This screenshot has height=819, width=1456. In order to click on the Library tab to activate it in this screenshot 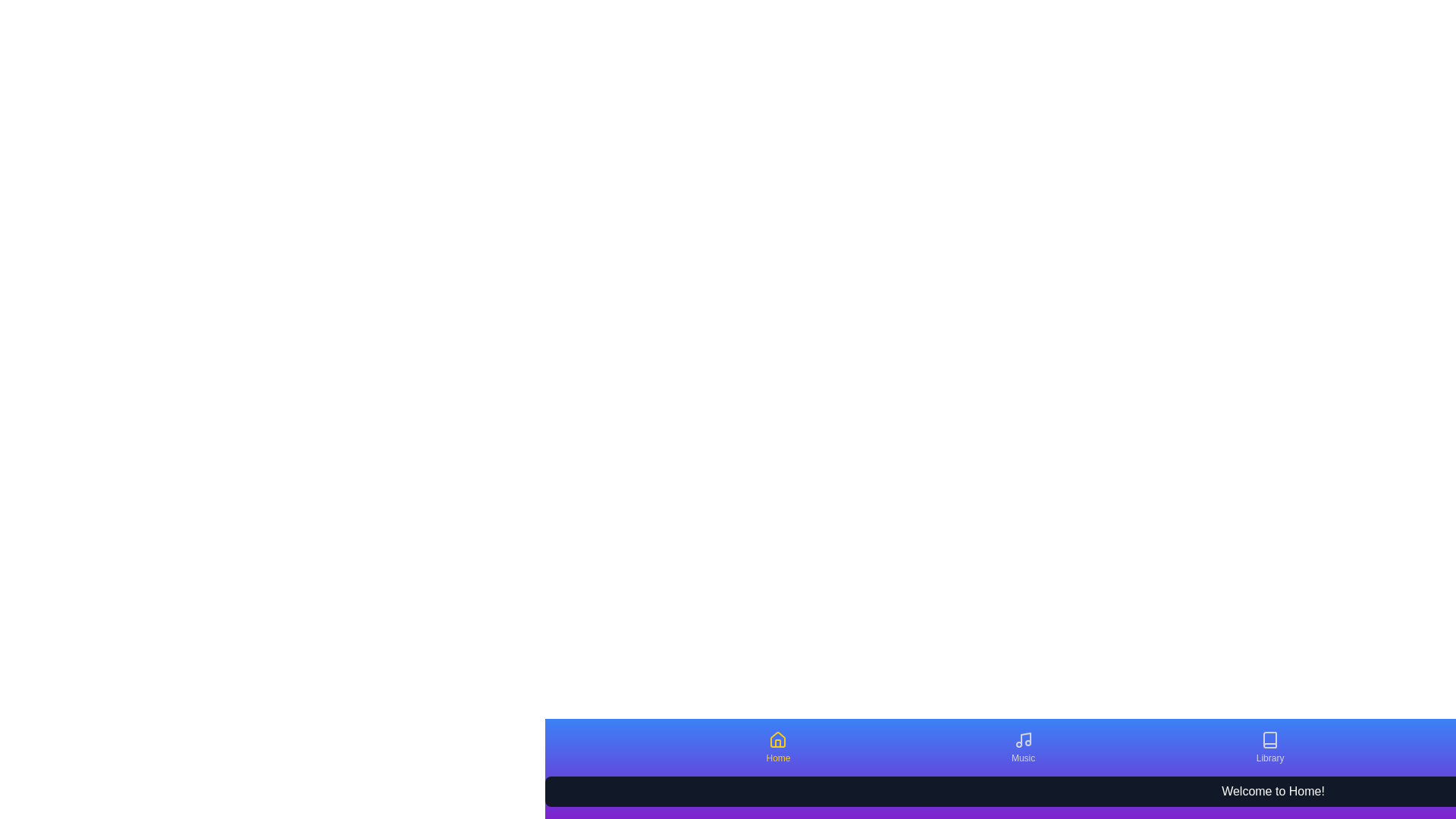, I will do `click(1270, 747)`.